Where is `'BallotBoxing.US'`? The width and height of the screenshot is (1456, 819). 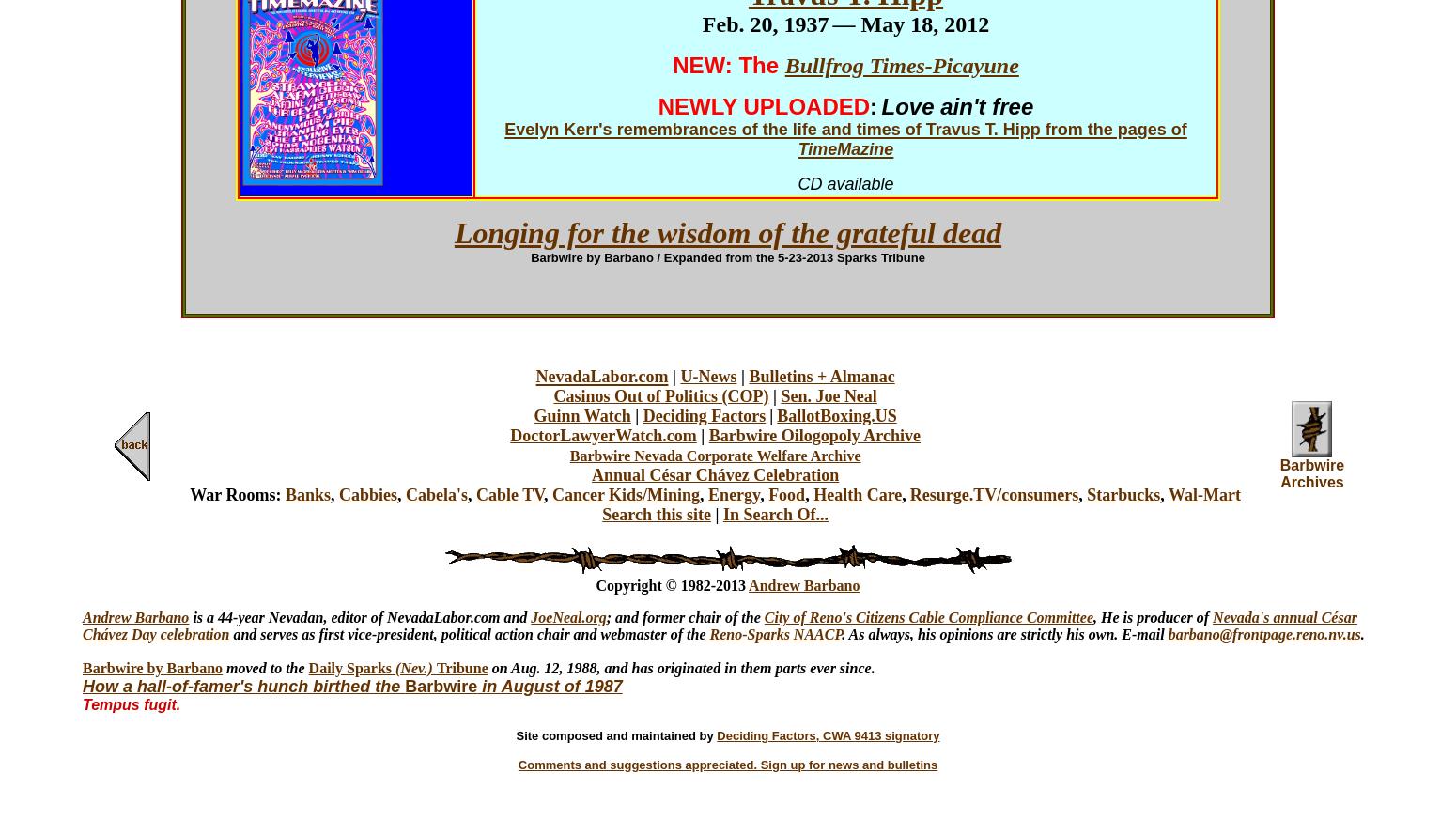
'BallotBoxing.US' is located at coordinates (836, 414).